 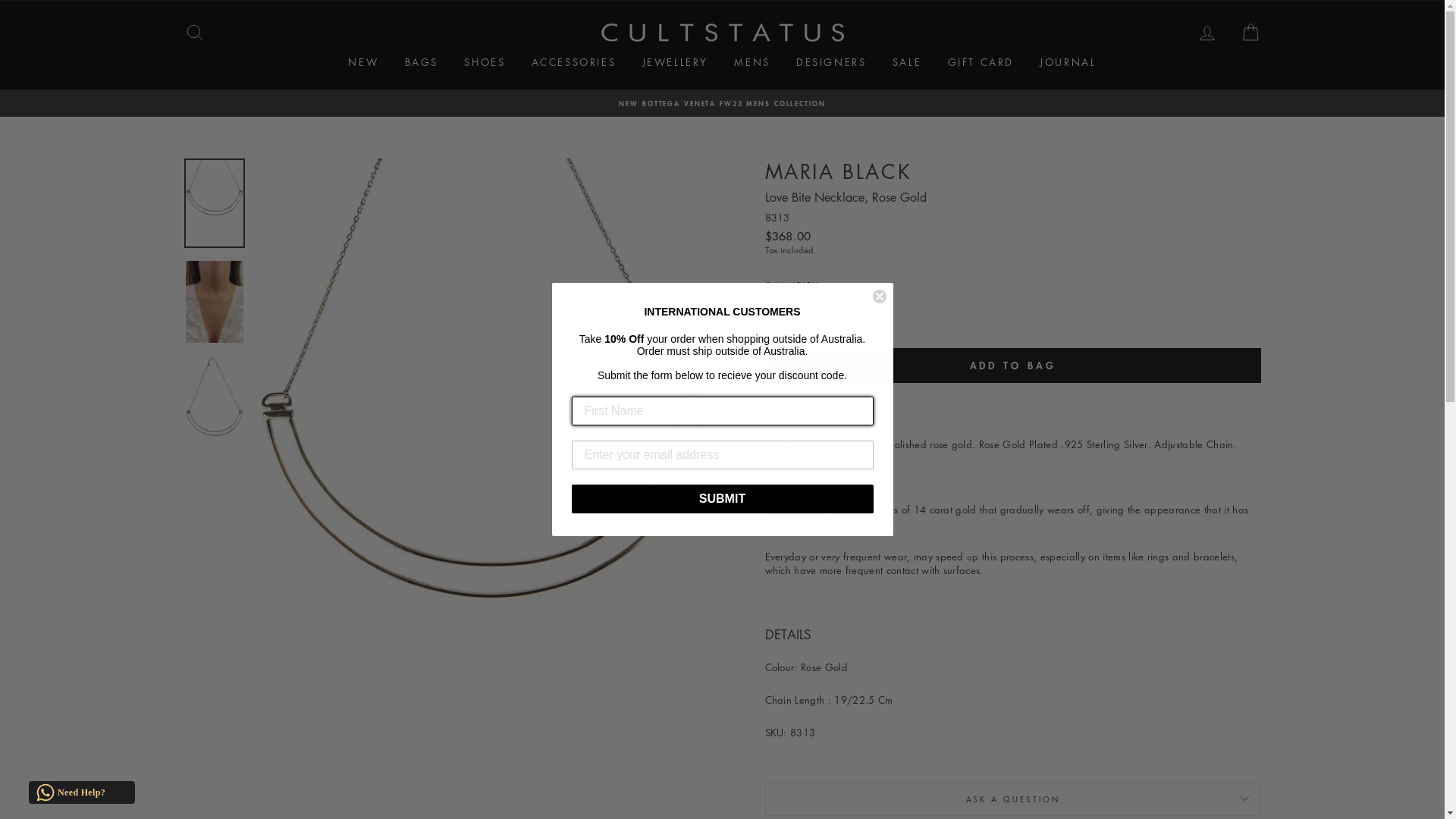 What do you see at coordinates (193, 33) in the screenshot?
I see `'SEARCH'` at bounding box center [193, 33].